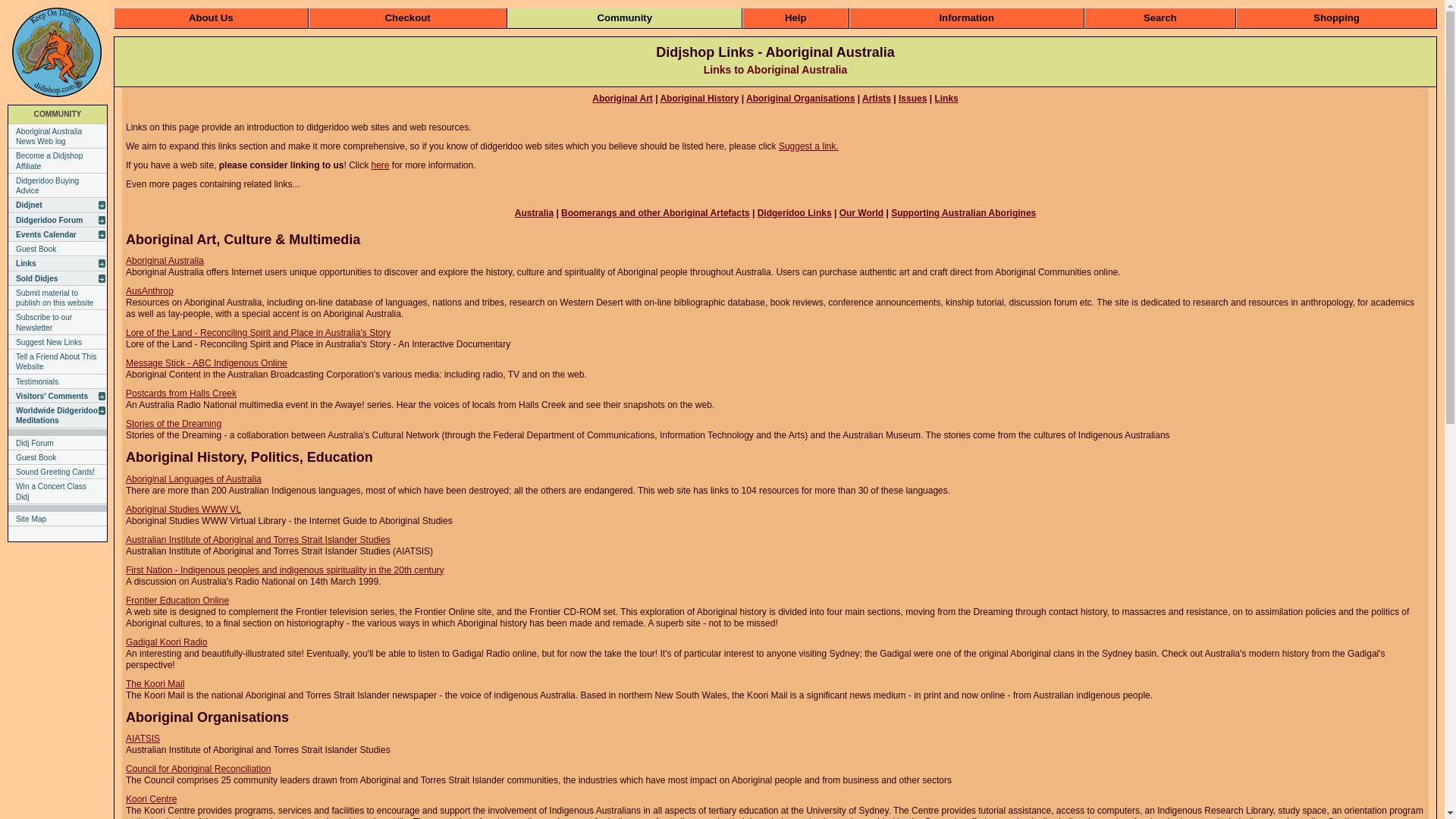 This screenshot has height=819, width=1456. What do you see at coordinates (58, 471) in the screenshot?
I see `'Sound Greeting Cards!'` at bounding box center [58, 471].